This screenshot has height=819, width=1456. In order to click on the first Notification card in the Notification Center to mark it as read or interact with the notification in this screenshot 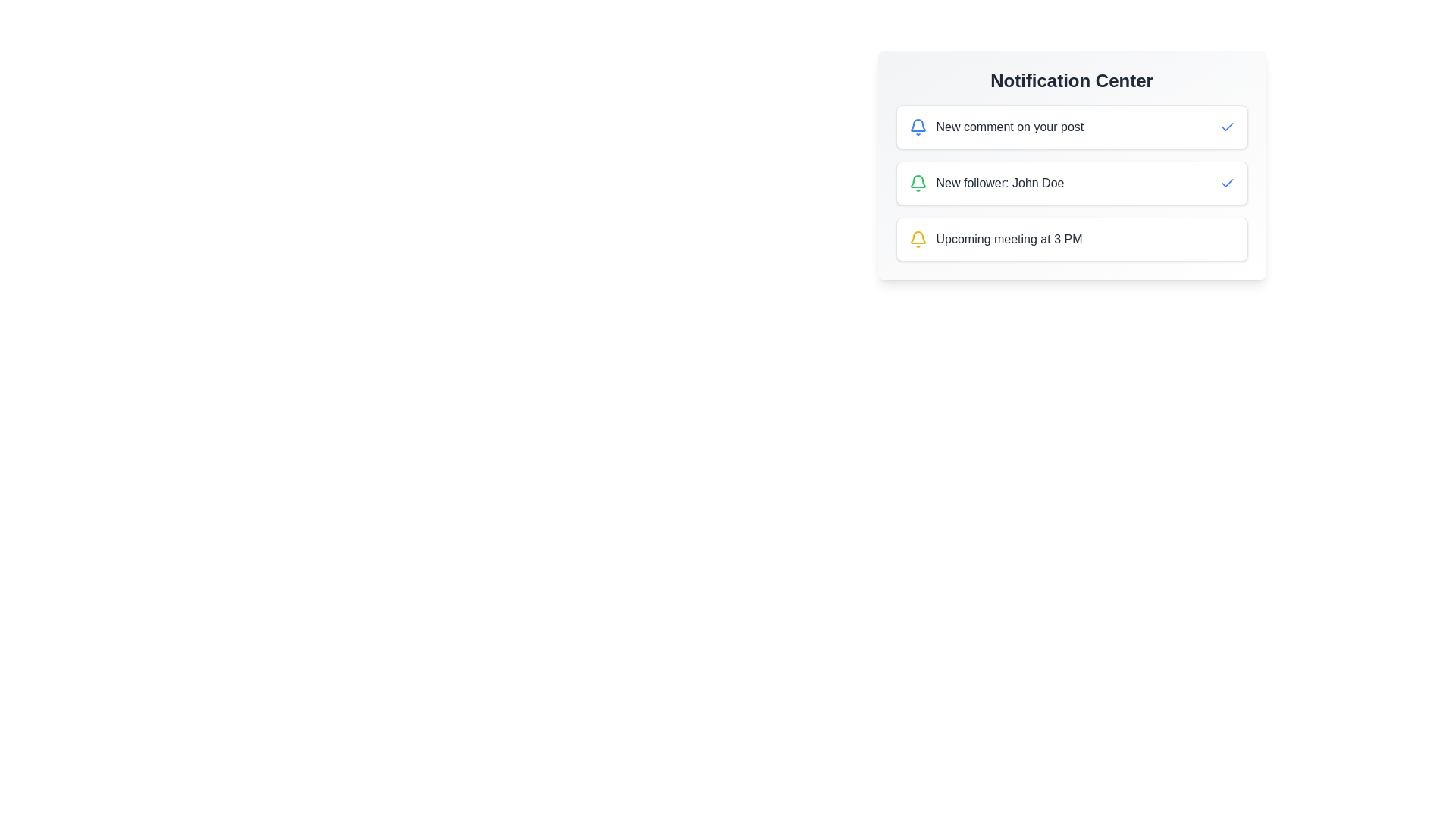, I will do `click(1071, 127)`.